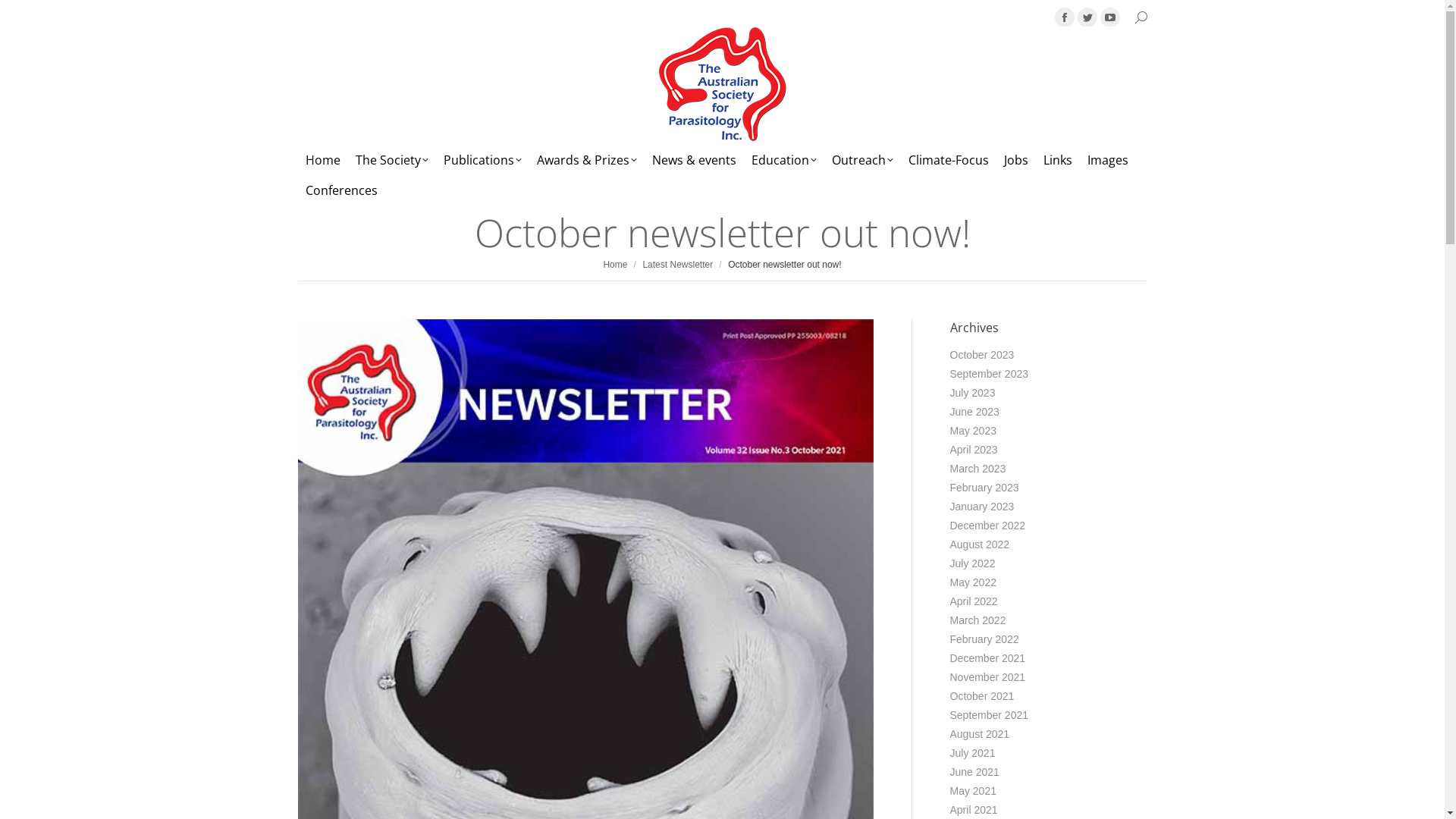 The width and height of the screenshot is (1456, 819). What do you see at coordinates (949, 374) in the screenshot?
I see `'September 2023'` at bounding box center [949, 374].